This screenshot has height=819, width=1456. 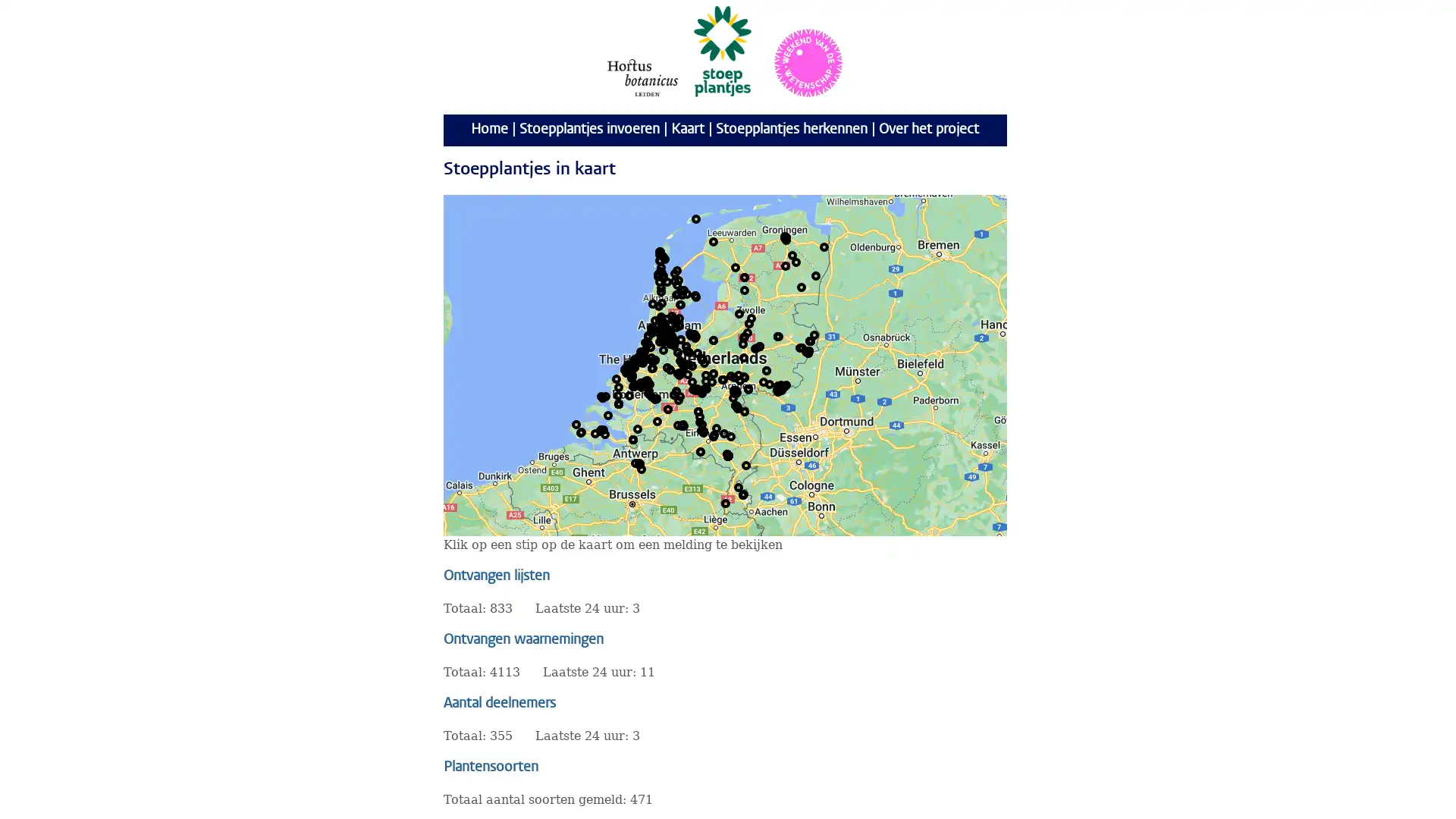 What do you see at coordinates (728, 455) in the screenshot?
I see `Telling van Ton Frenken op 24 mei 2022` at bounding box center [728, 455].